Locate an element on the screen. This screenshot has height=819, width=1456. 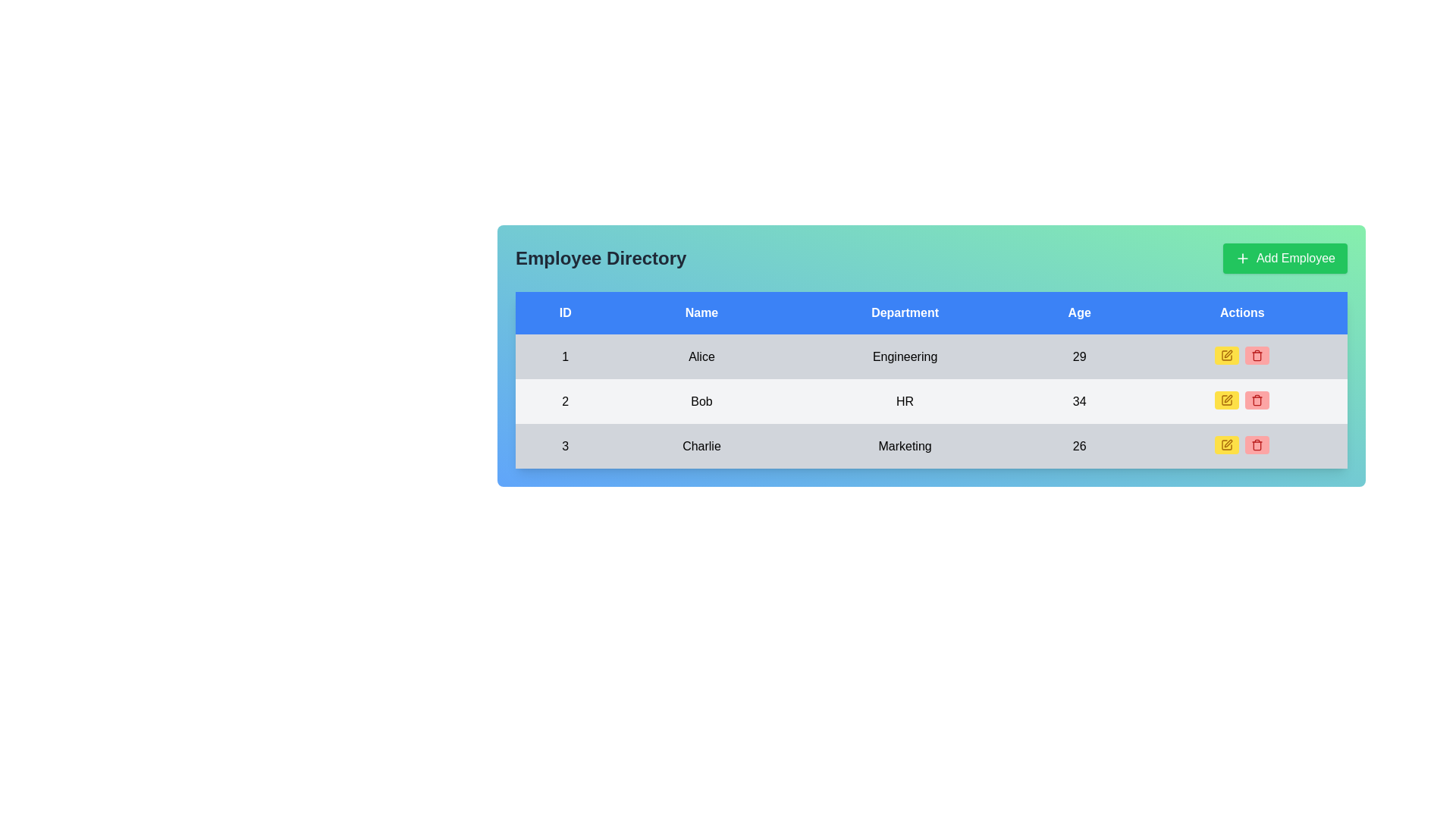
the small, yellow rectangular button with a pencil icon for editing, located in the second row of the actions column in the table is located at coordinates (1227, 400).